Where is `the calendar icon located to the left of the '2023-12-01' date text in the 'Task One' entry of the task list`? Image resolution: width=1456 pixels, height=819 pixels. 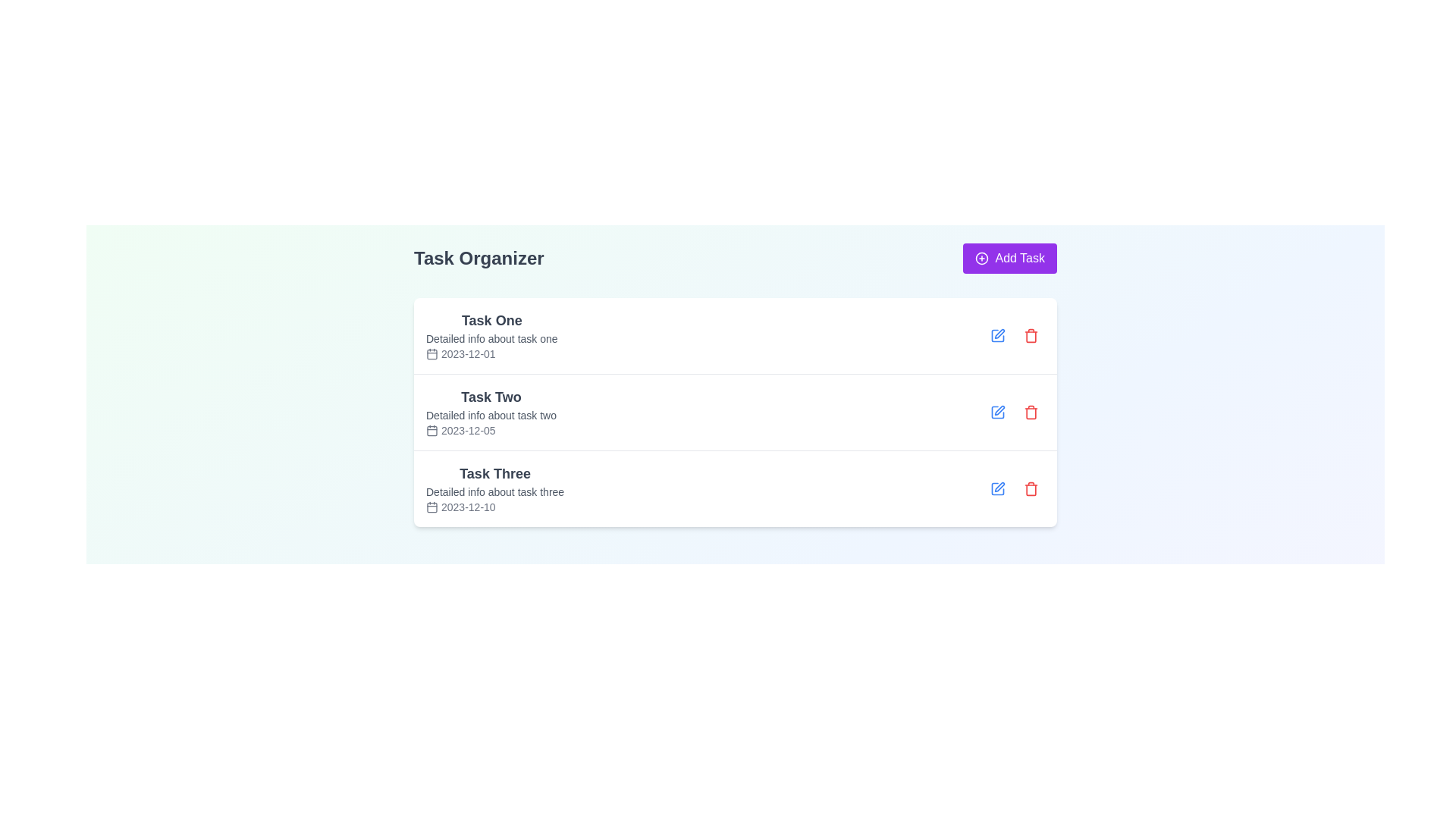 the calendar icon located to the left of the '2023-12-01' date text in the 'Task One' entry of the task list is located at coordinates (431, 353).